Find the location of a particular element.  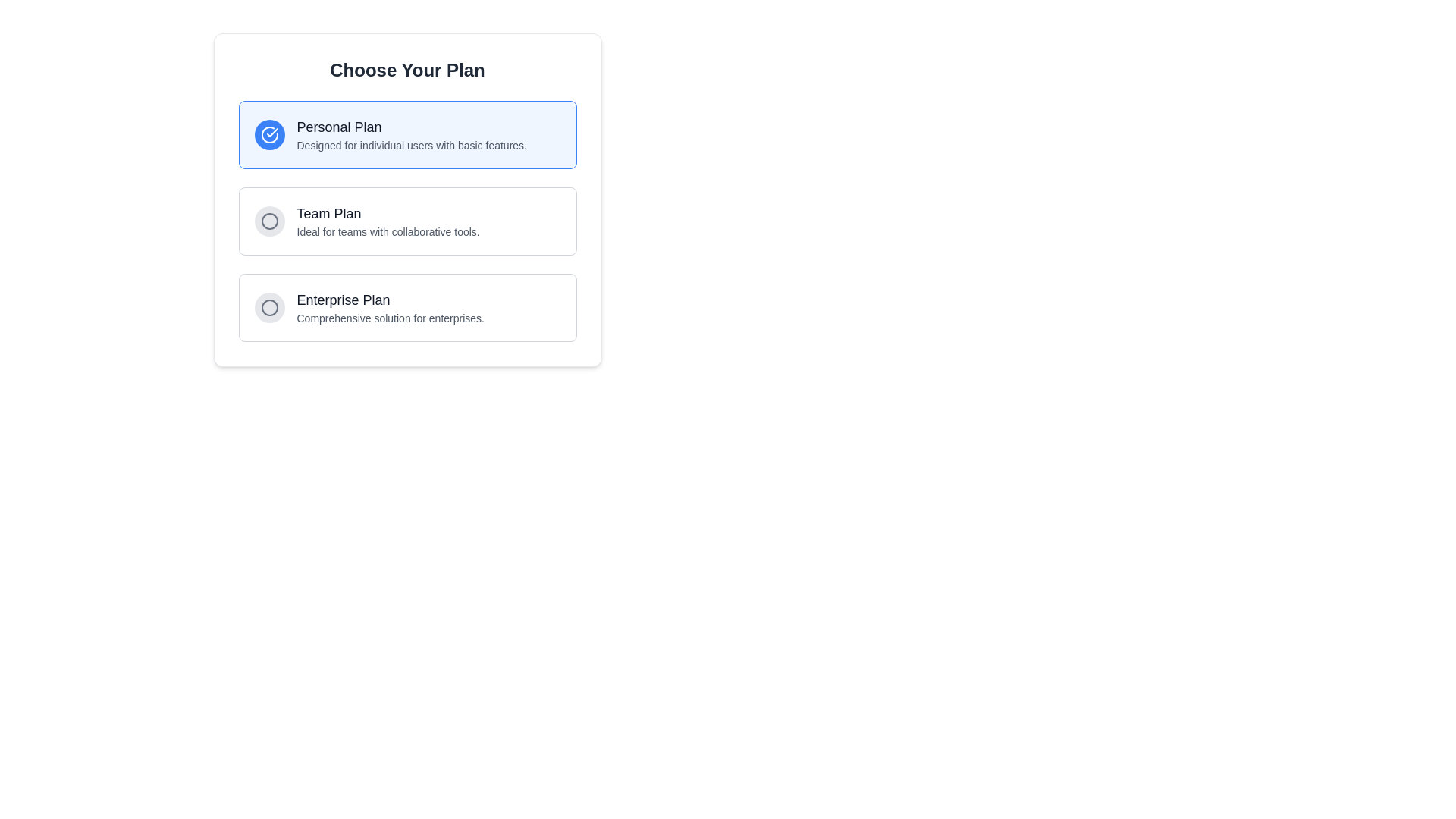

the 'Personal Plan' button, which is the first option in a vertical list, featuring a light blue background and a checkmark icon is located at coordinates (407, 133).